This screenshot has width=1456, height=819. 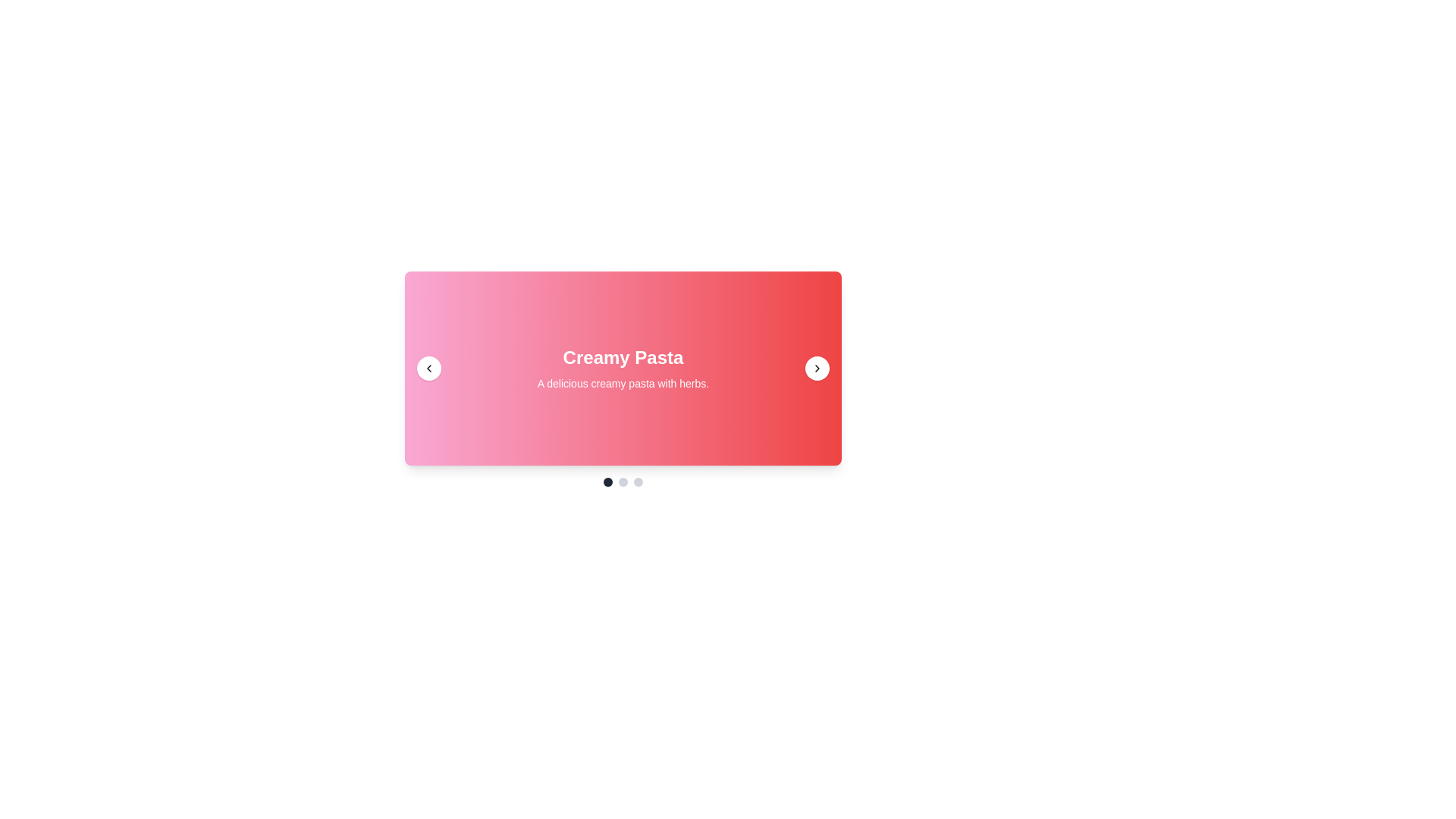 What do you see at coordinates (623, 482) in the screenshot?
I see `the second inactive navigation dot located at the bottom center of the displayed content area` at bounding box center [623, 482].